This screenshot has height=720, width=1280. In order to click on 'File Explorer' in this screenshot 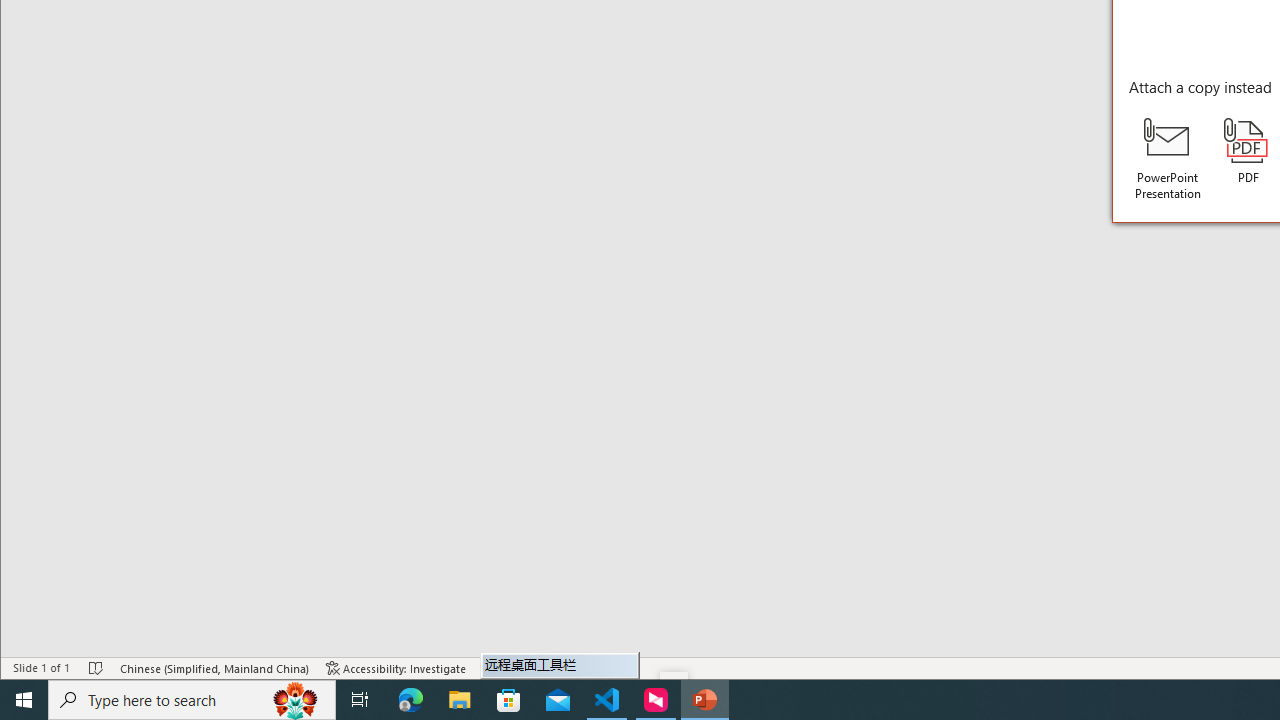, I will do `click(459, 698)`.